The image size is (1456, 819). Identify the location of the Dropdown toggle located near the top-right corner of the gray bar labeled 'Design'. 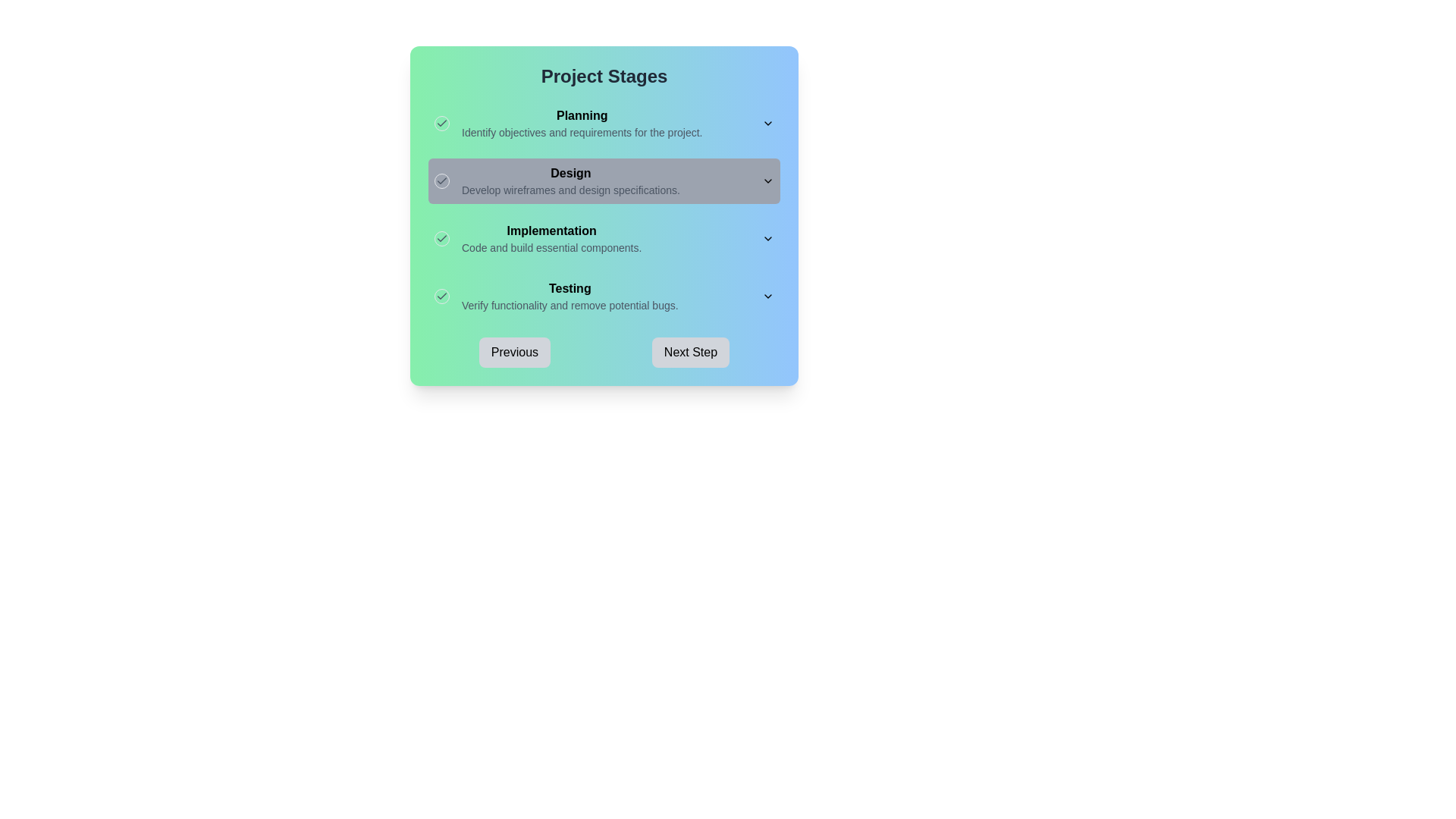
(767, 180).